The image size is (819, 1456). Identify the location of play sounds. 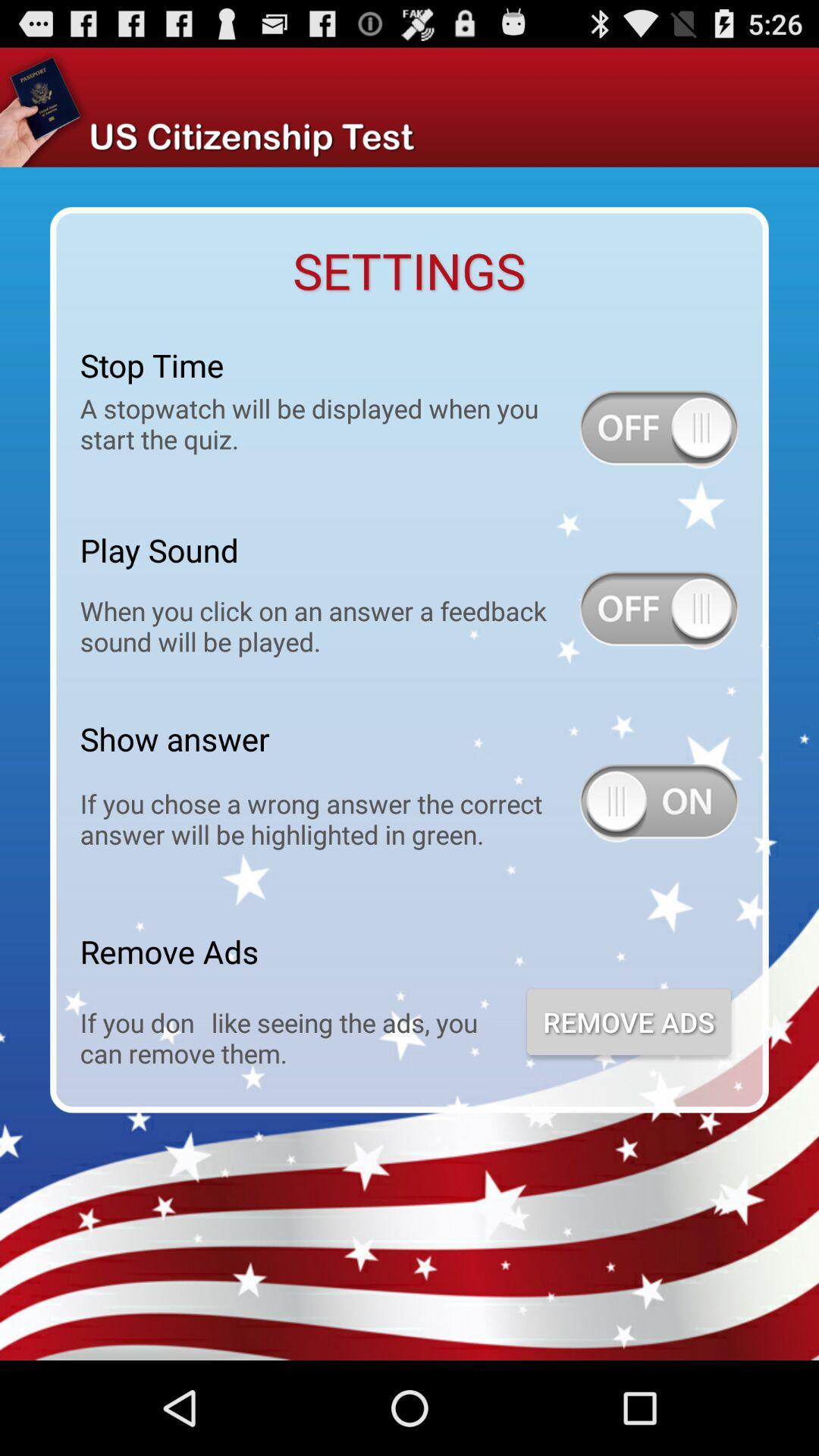
(658, 610).